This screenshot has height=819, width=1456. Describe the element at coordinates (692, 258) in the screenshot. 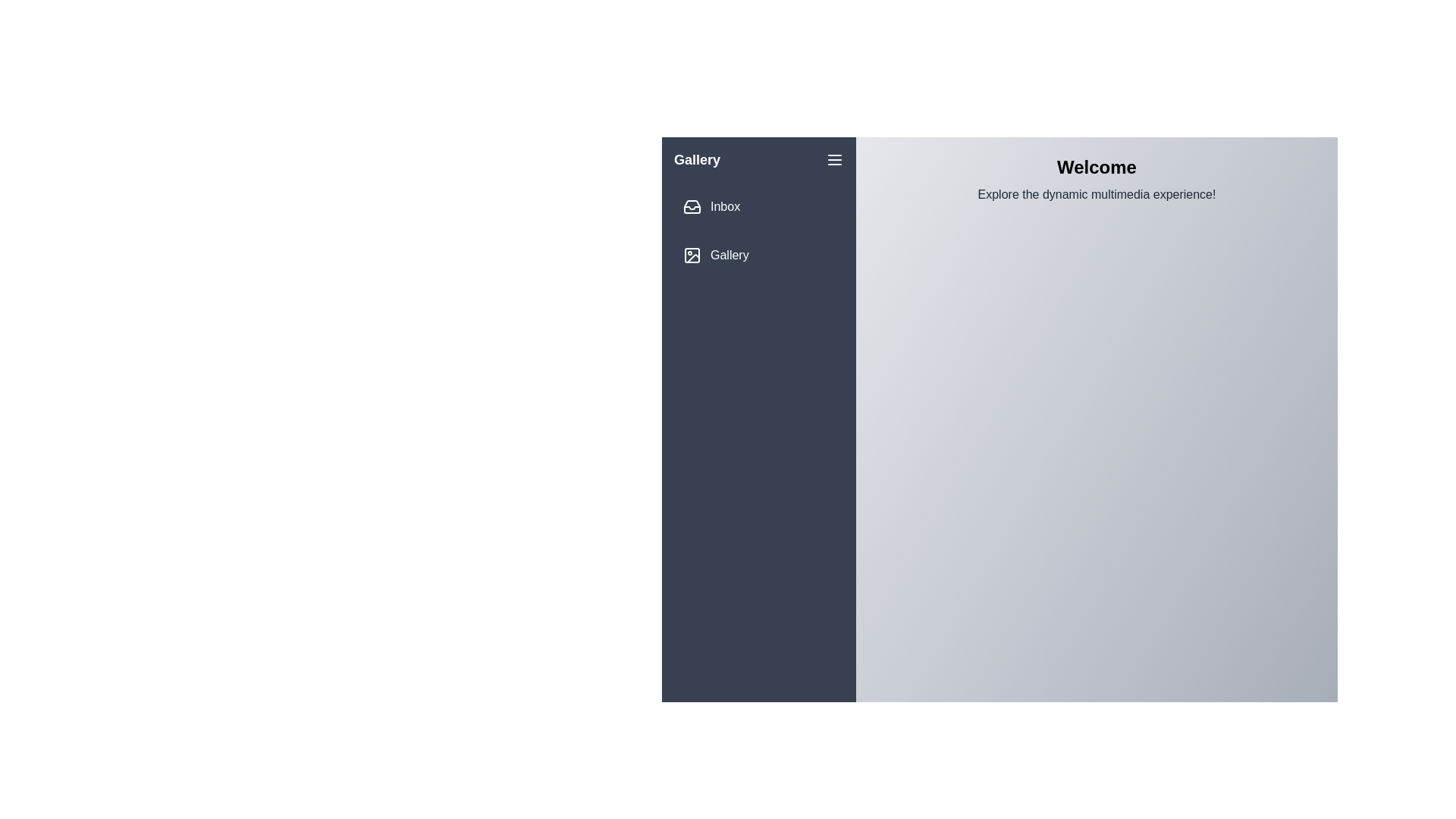

I see `the Gallery icon located in the vertical navigation menu, which is the second item from the top, just below the inbox icon` at that location.